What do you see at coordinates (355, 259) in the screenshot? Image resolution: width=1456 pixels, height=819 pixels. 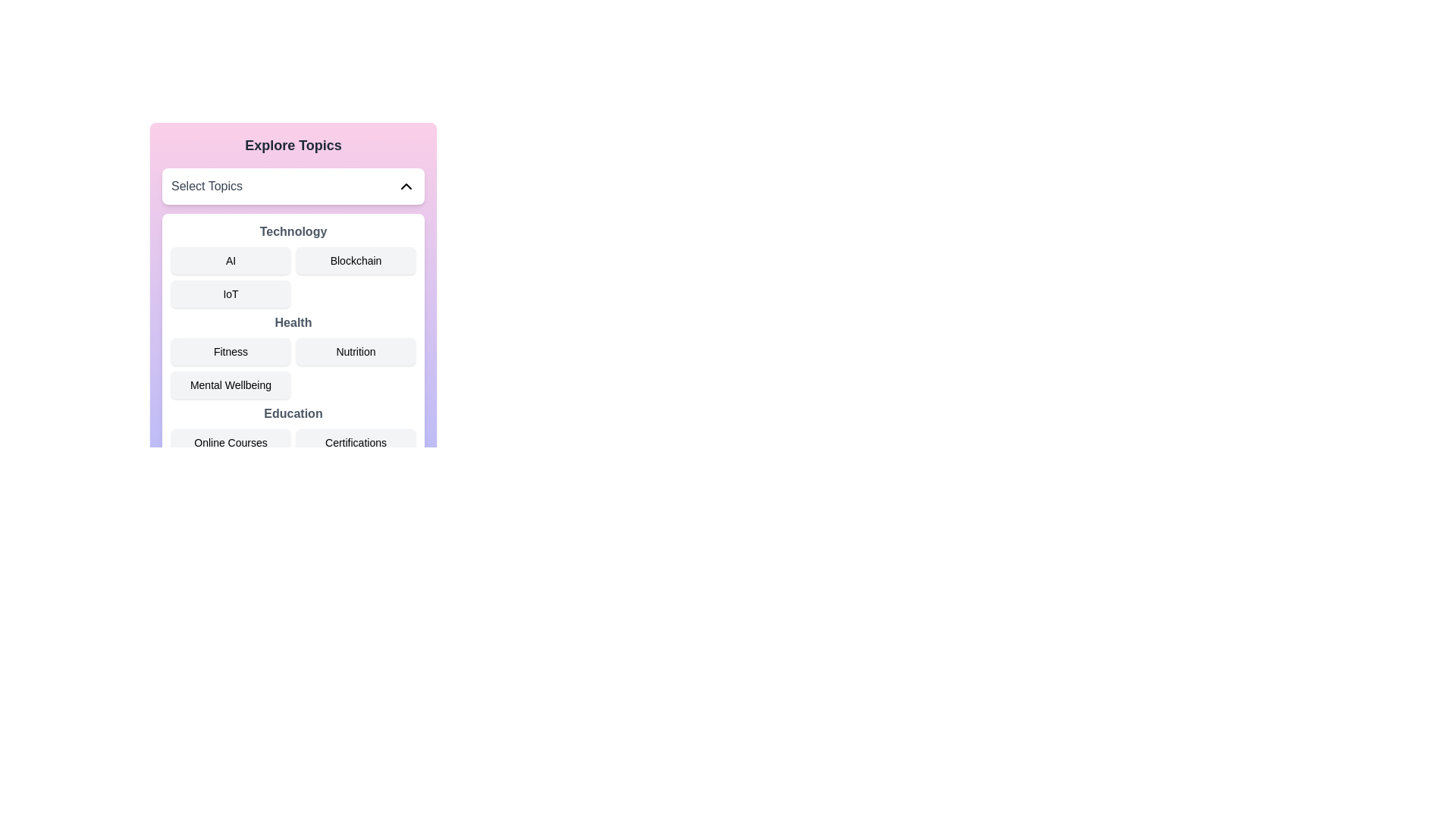 I see `the 'Blockchain' button located under the 'Technology' subheading, adjacent to the 'AI' button and above the 'IoT' button` at bounding box center [355, 259].